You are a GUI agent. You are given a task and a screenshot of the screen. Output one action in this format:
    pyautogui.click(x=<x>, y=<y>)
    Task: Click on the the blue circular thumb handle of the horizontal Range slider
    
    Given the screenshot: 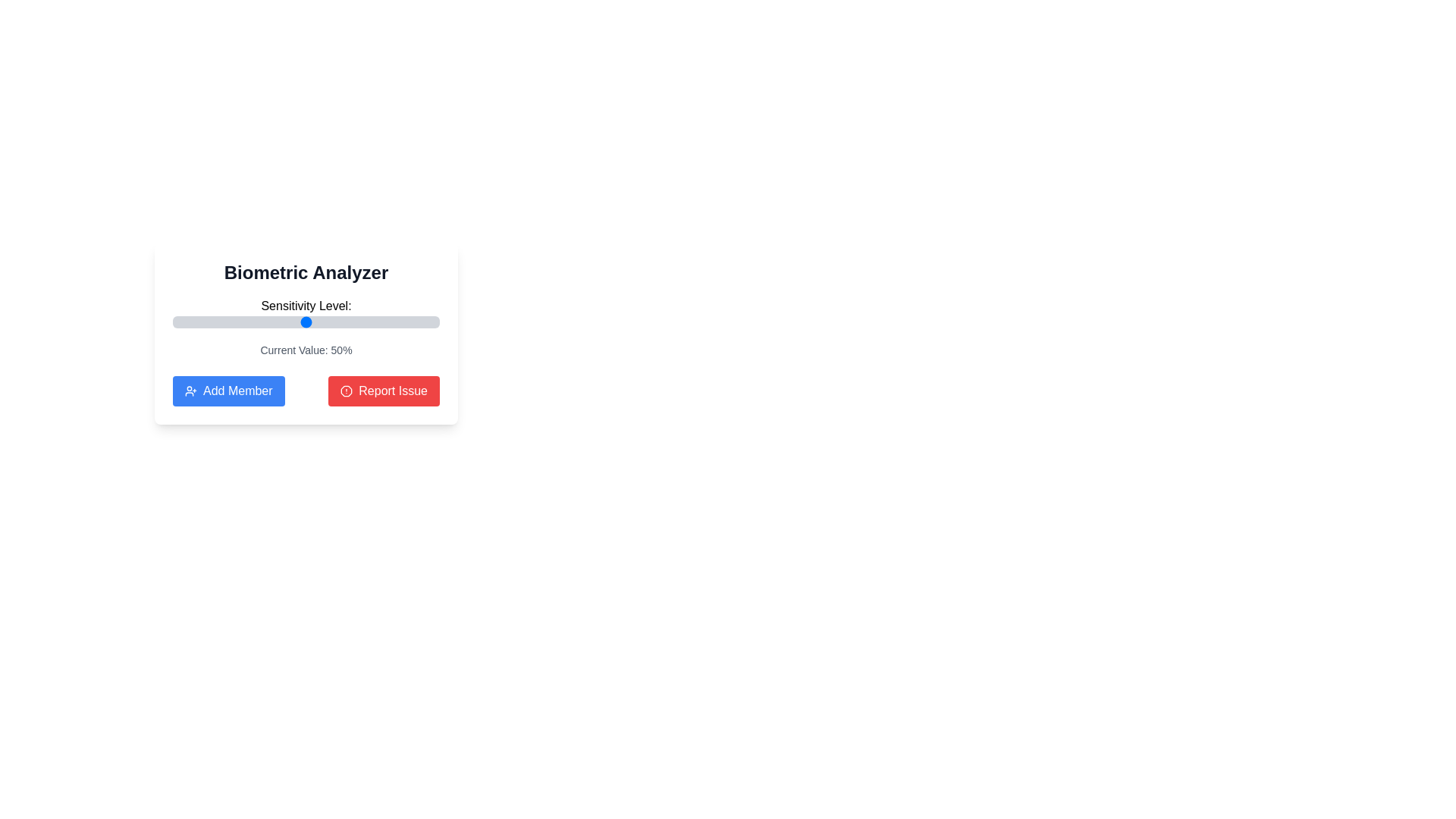 What is the action you would take?
    pyautogui.click(x=305, y=321)
    